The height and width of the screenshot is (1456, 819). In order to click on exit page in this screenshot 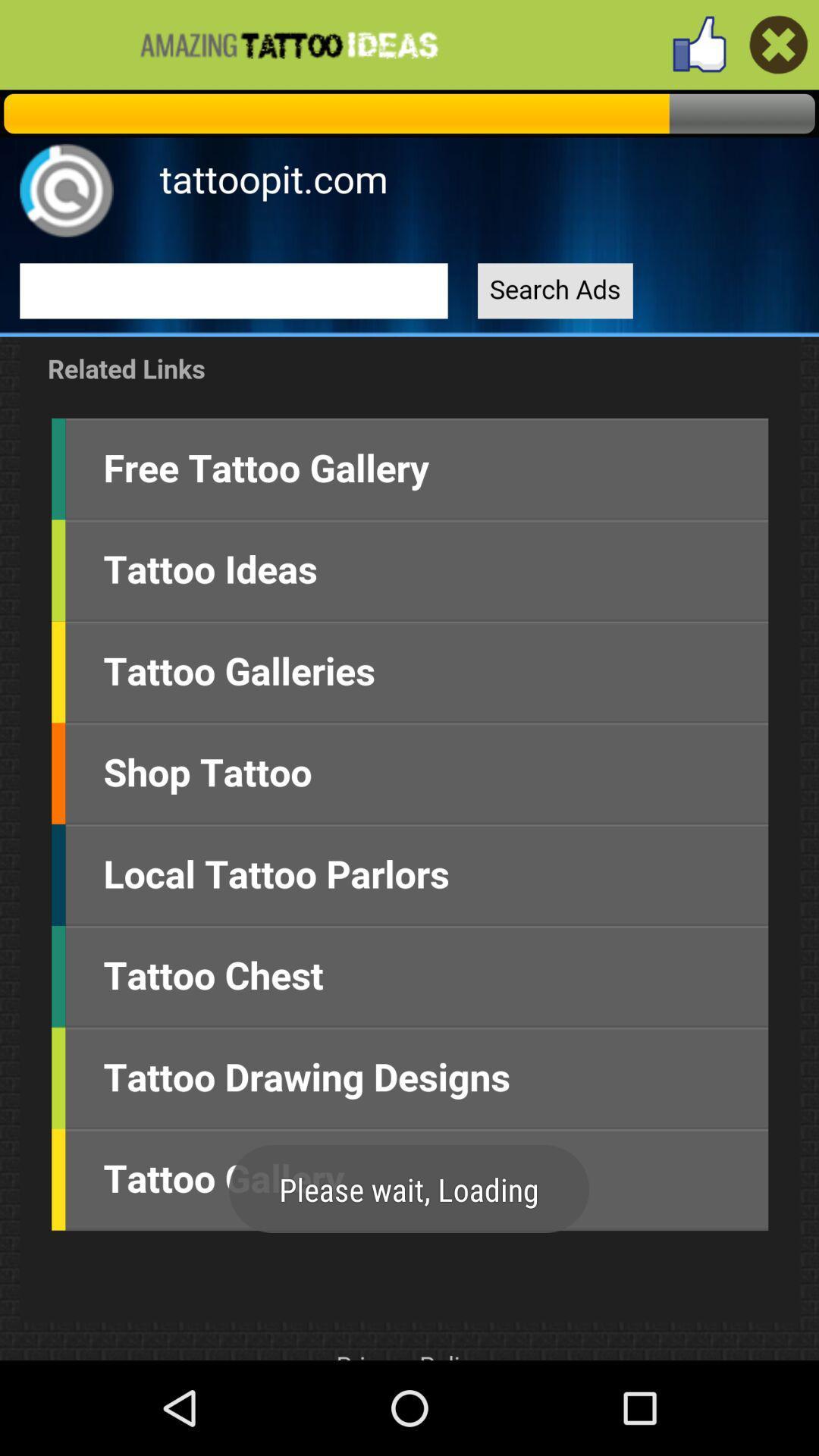, I will do `click(779, 44)`.